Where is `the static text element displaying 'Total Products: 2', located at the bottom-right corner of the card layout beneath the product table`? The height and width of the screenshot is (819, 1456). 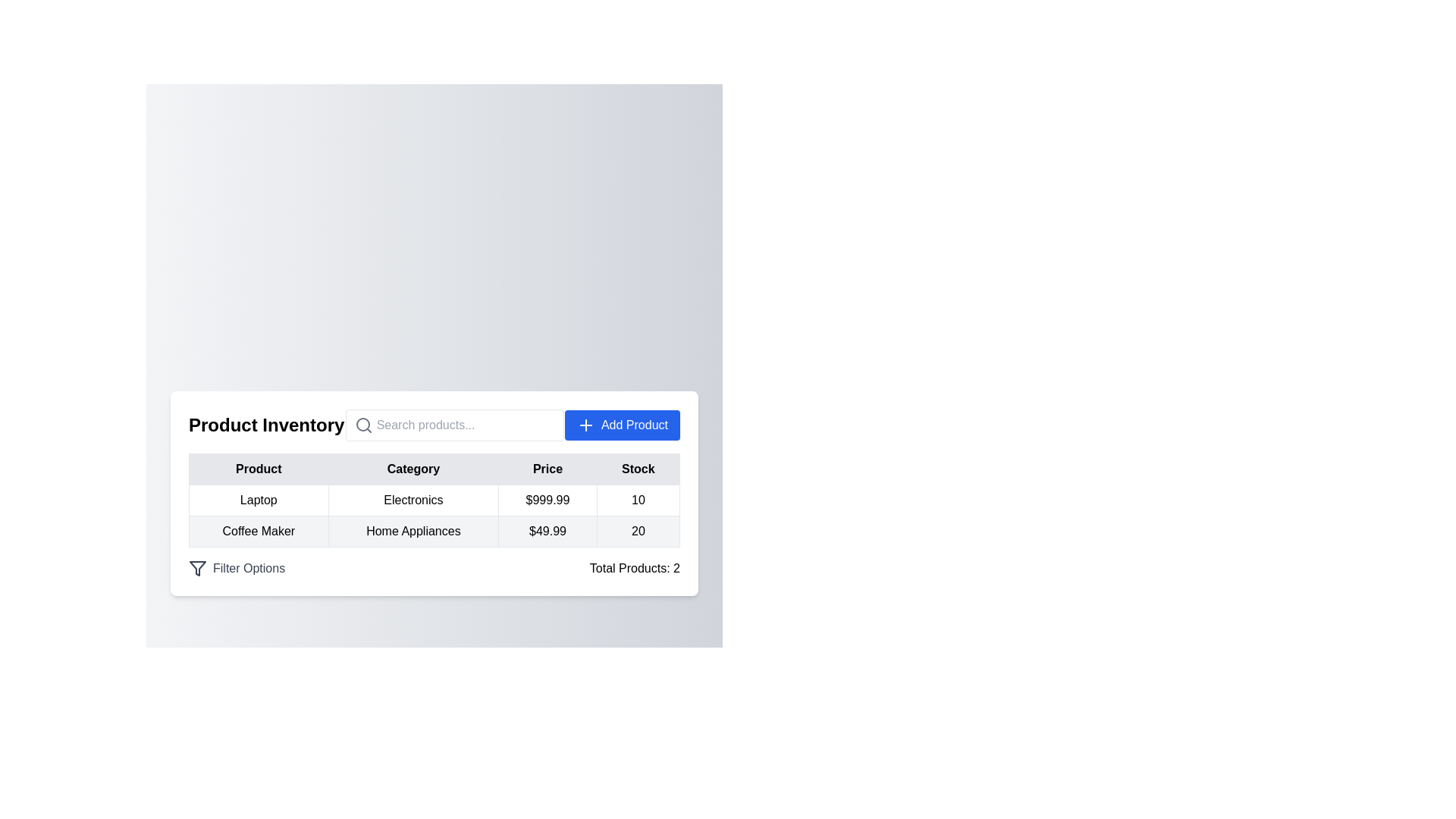 the static text element displaying 'Total Products: 2', located at the bottom-right corner of the card layout beneath the product table is located at coordinates (635, 568).